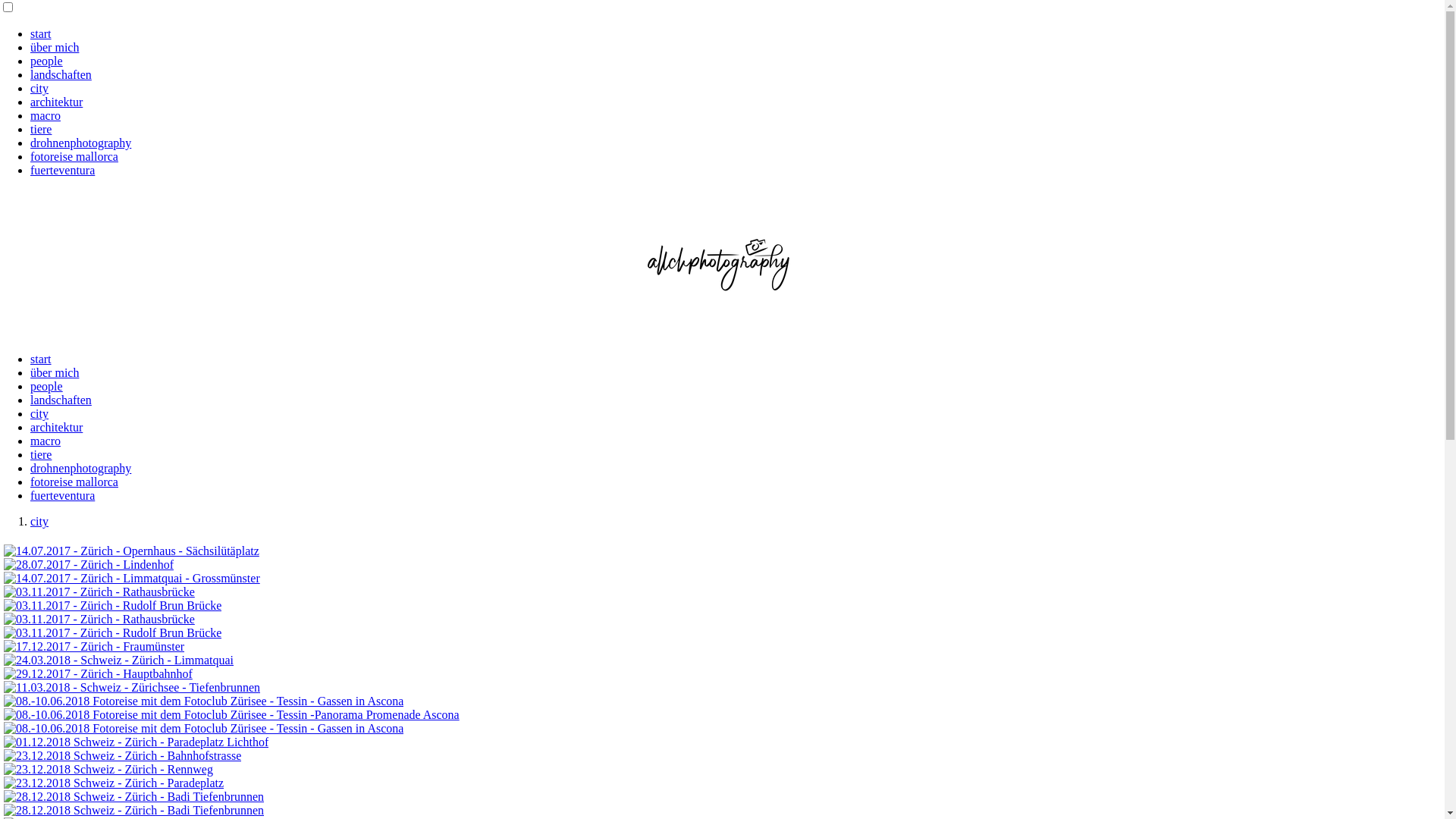  I want to click on 'start', so click(30, 33).